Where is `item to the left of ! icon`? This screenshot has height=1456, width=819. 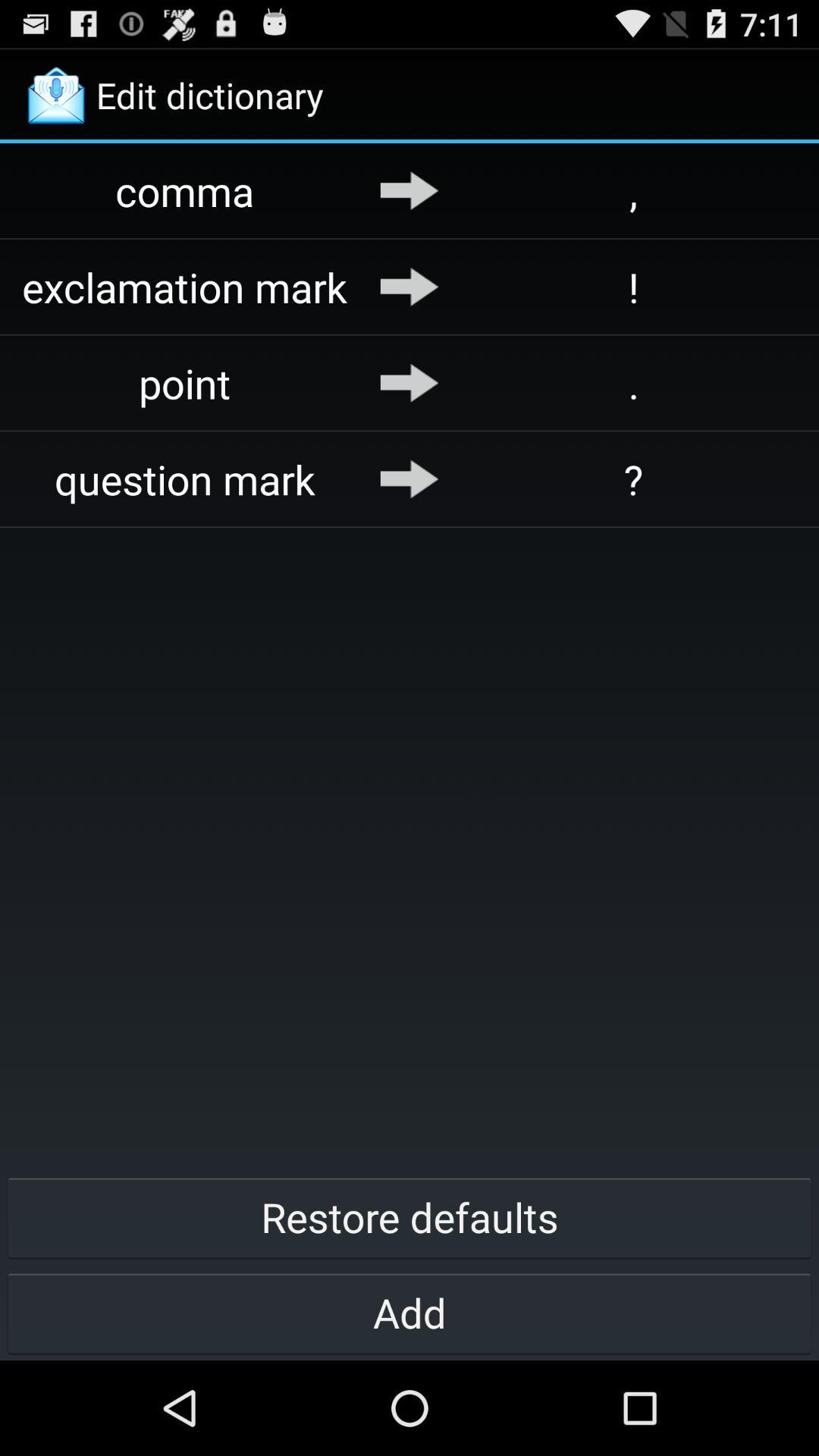
item to the left of ! icon is located at coordinates (409, 287).